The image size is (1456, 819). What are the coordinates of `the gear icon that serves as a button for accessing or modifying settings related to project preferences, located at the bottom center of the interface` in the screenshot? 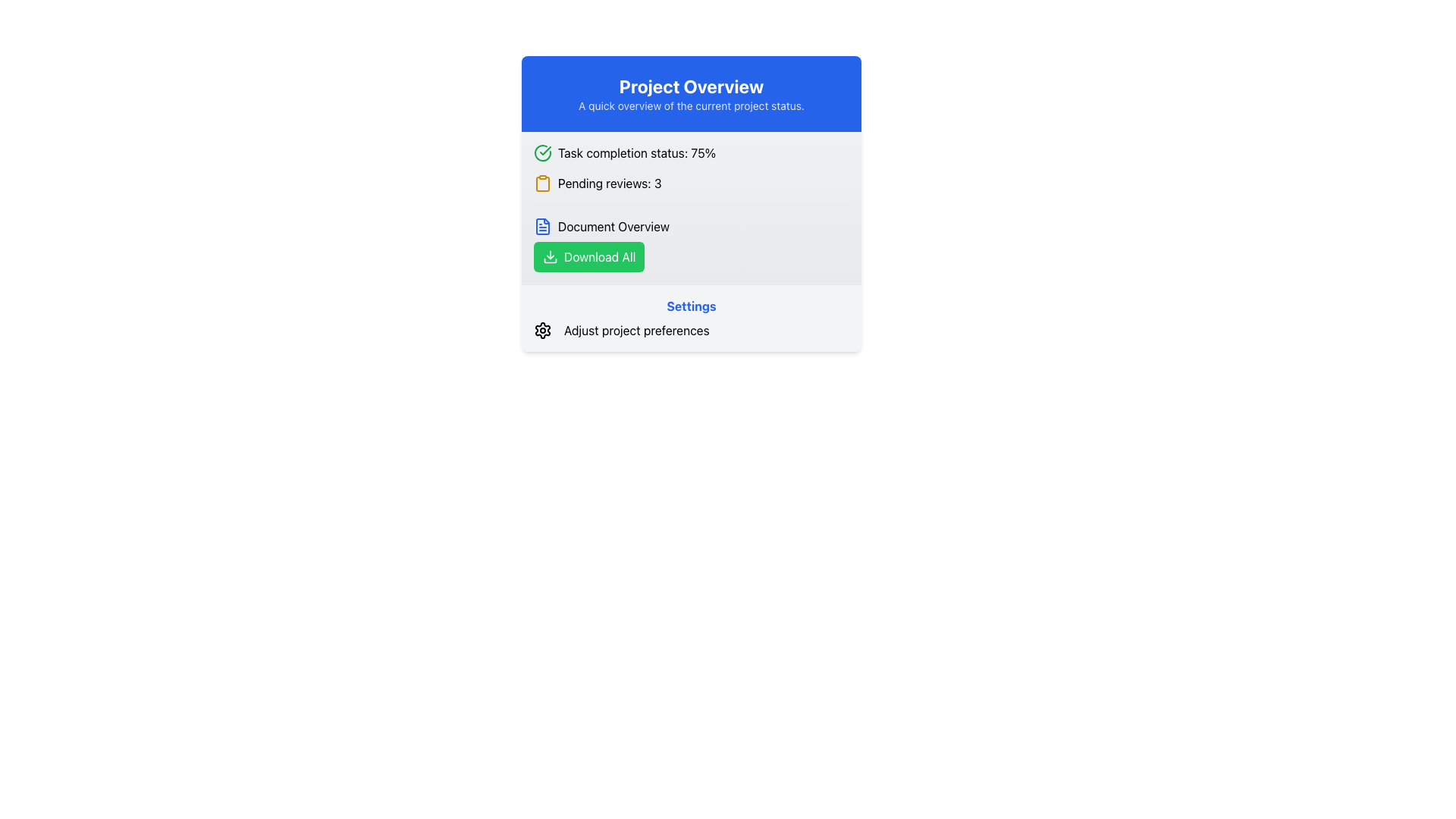 It's located at (542, 329).